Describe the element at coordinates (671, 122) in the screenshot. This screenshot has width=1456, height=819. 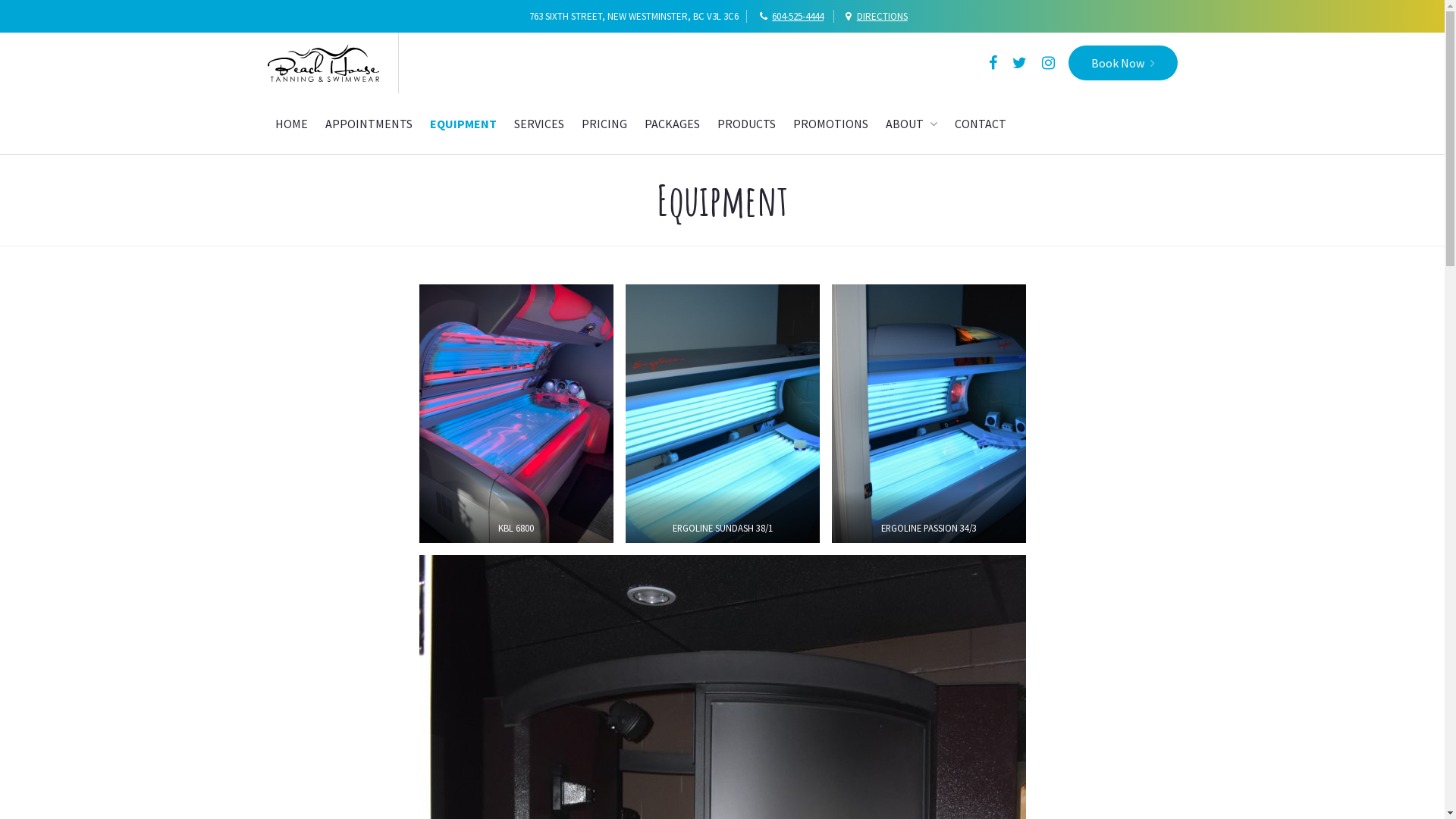
I see `'PACKAGES'` at that location.